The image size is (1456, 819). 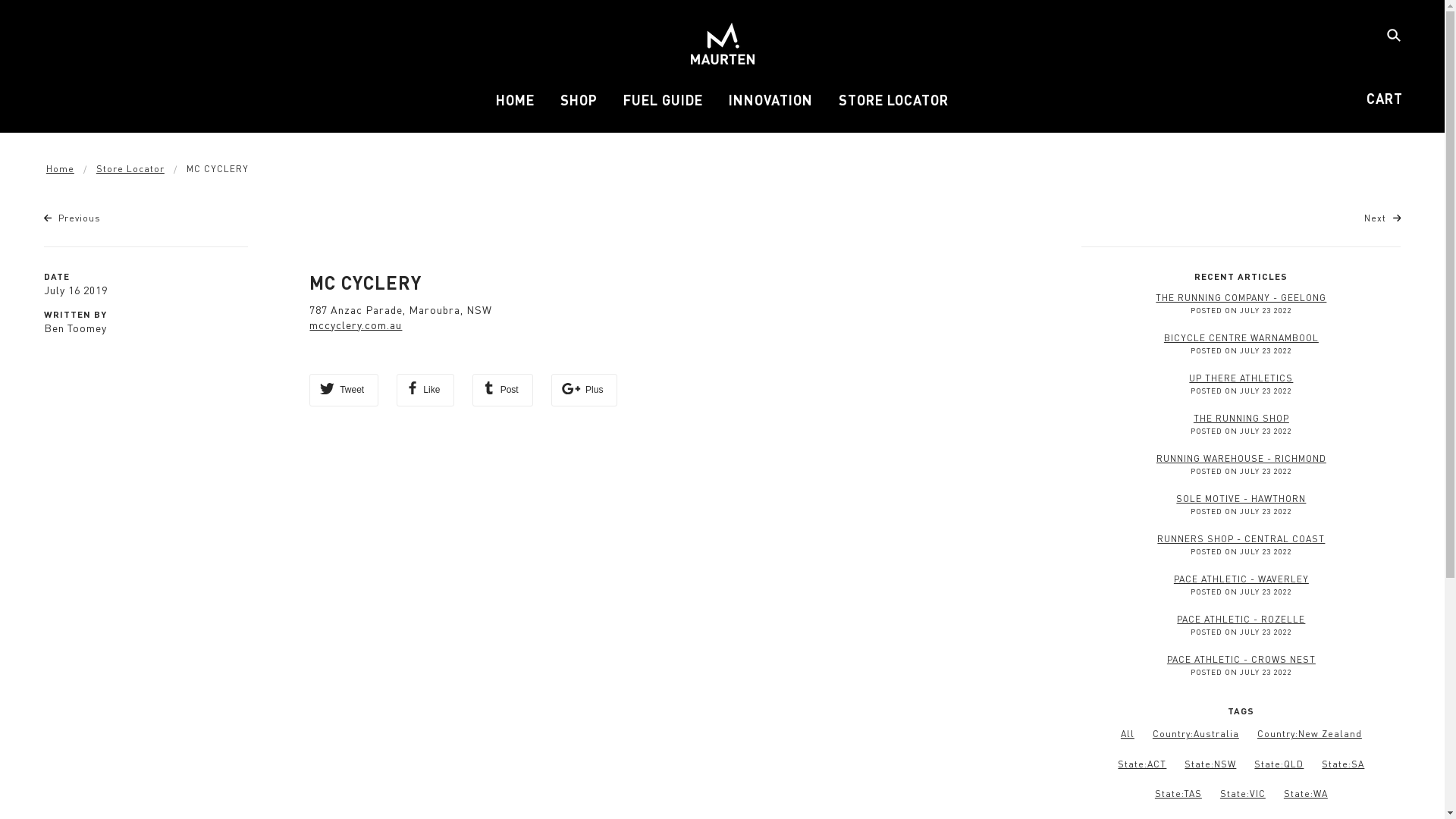 What do you see at coordinates (663, 105) in the screenshot?
I see `'FUEL GUIDE'` at bounding box center [663, 105].